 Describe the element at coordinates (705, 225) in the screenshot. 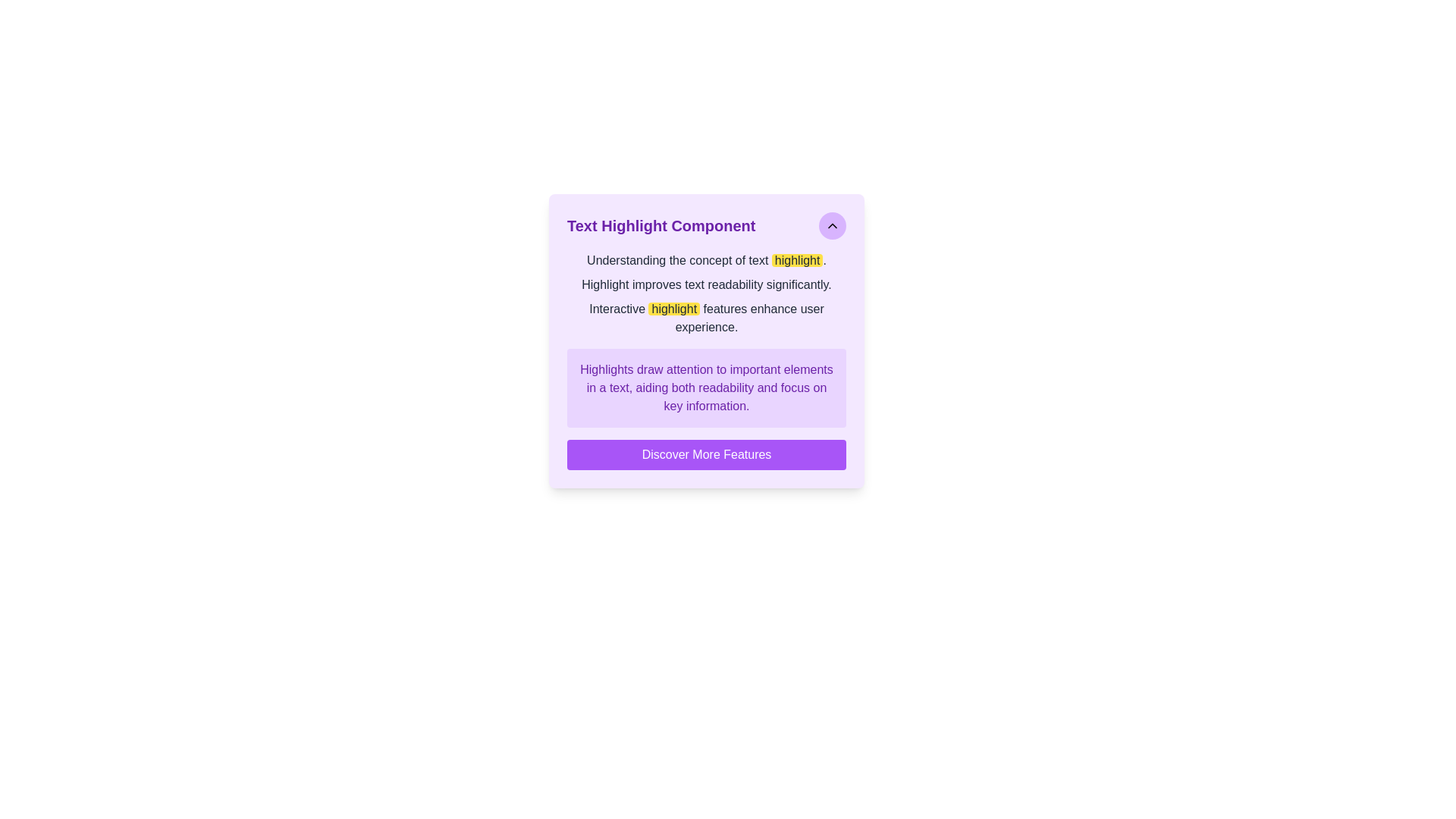

I see `title of the Card Header with Title and Button that states 'Text Highlight Component', which is bold and purple-colored, located at the top of the card` at that location.